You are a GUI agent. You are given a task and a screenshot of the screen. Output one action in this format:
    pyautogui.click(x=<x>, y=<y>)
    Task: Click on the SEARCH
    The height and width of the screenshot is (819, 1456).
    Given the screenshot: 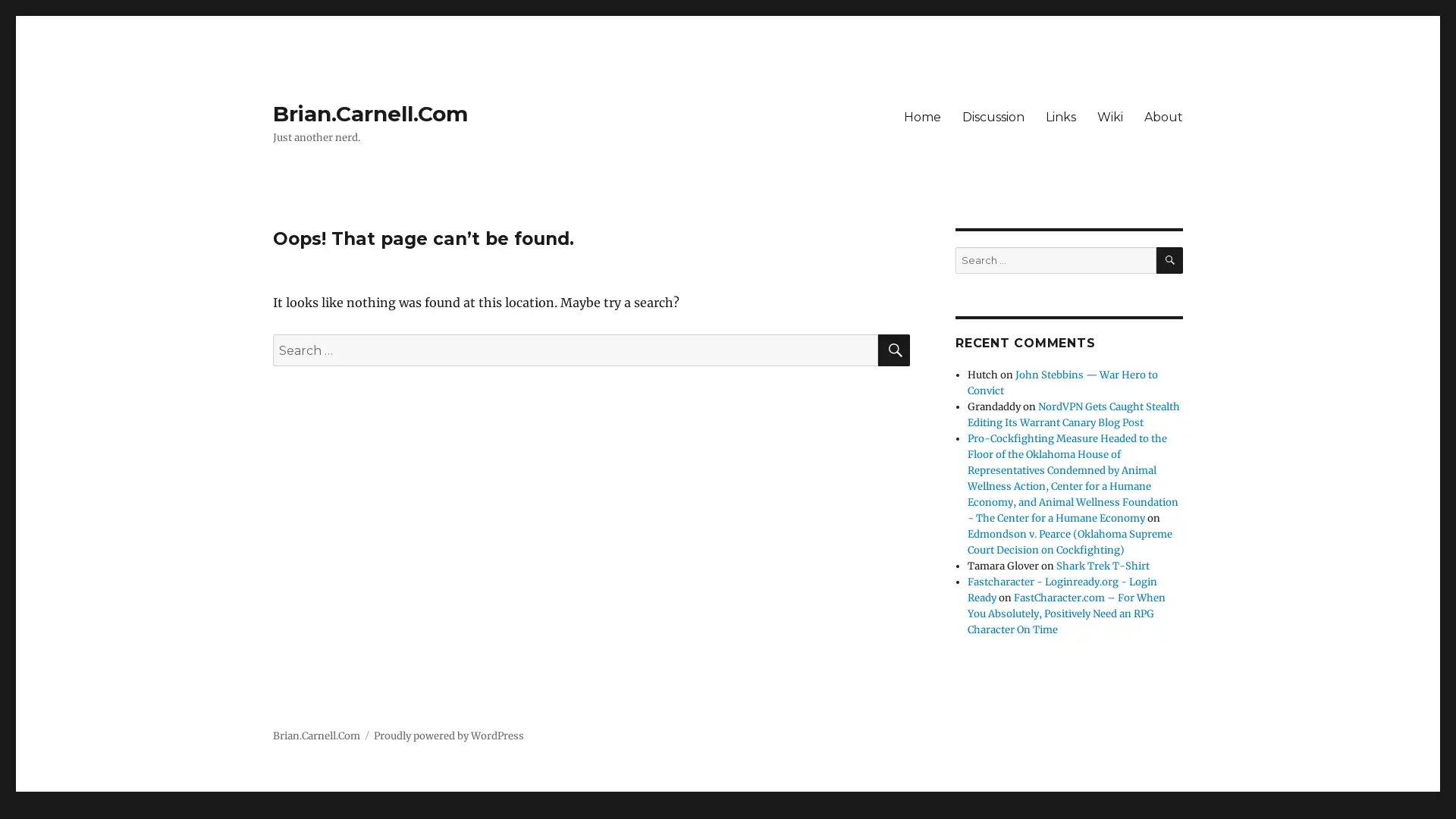 What is the action you would take?
    pyautogui.click(x=894, y=350)
    